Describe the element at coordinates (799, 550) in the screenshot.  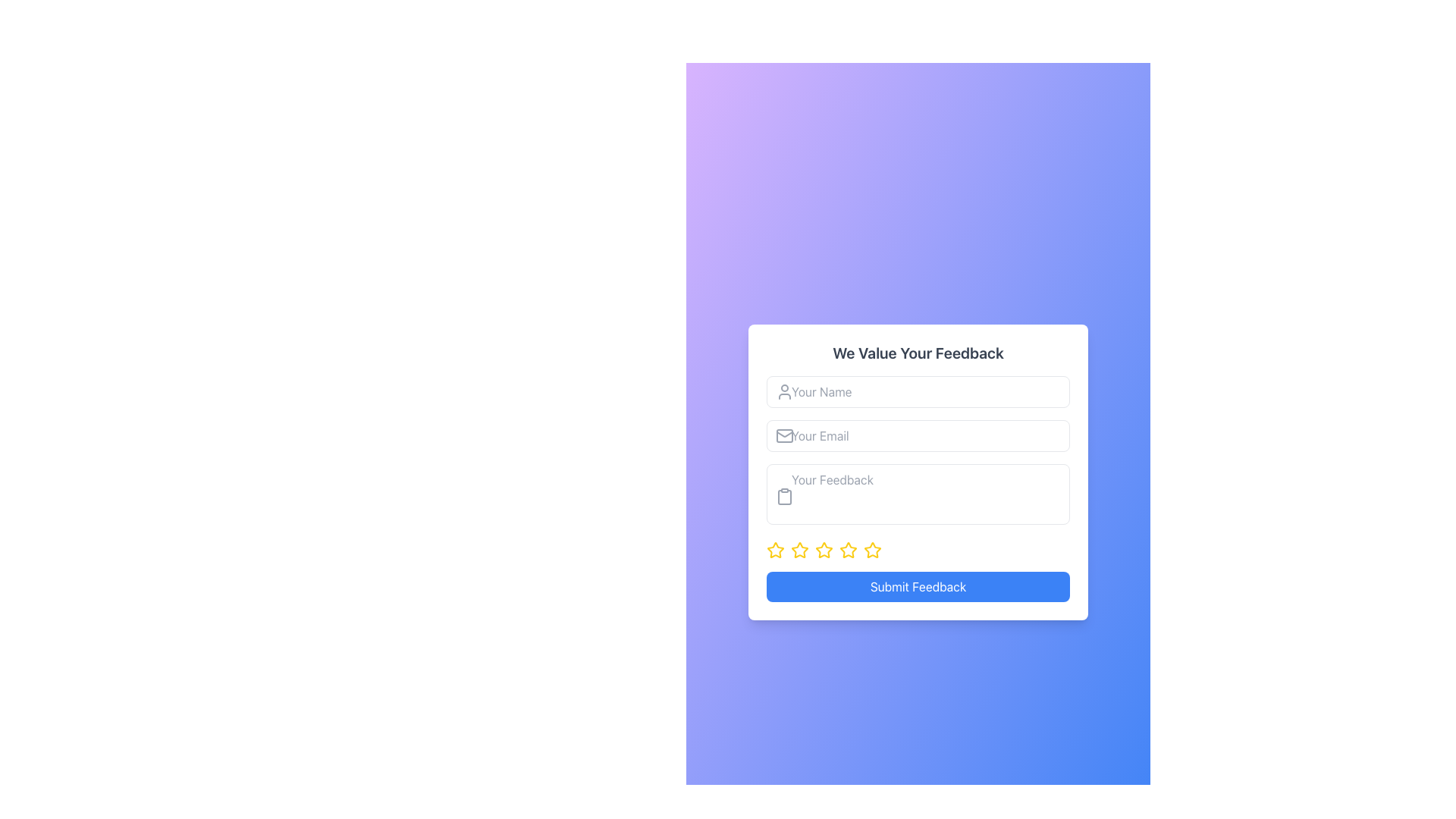
I see `the first star in the row of five stars, located below the 'Your Feedback' text field and above the 'Submit Feedback' button` at that location.